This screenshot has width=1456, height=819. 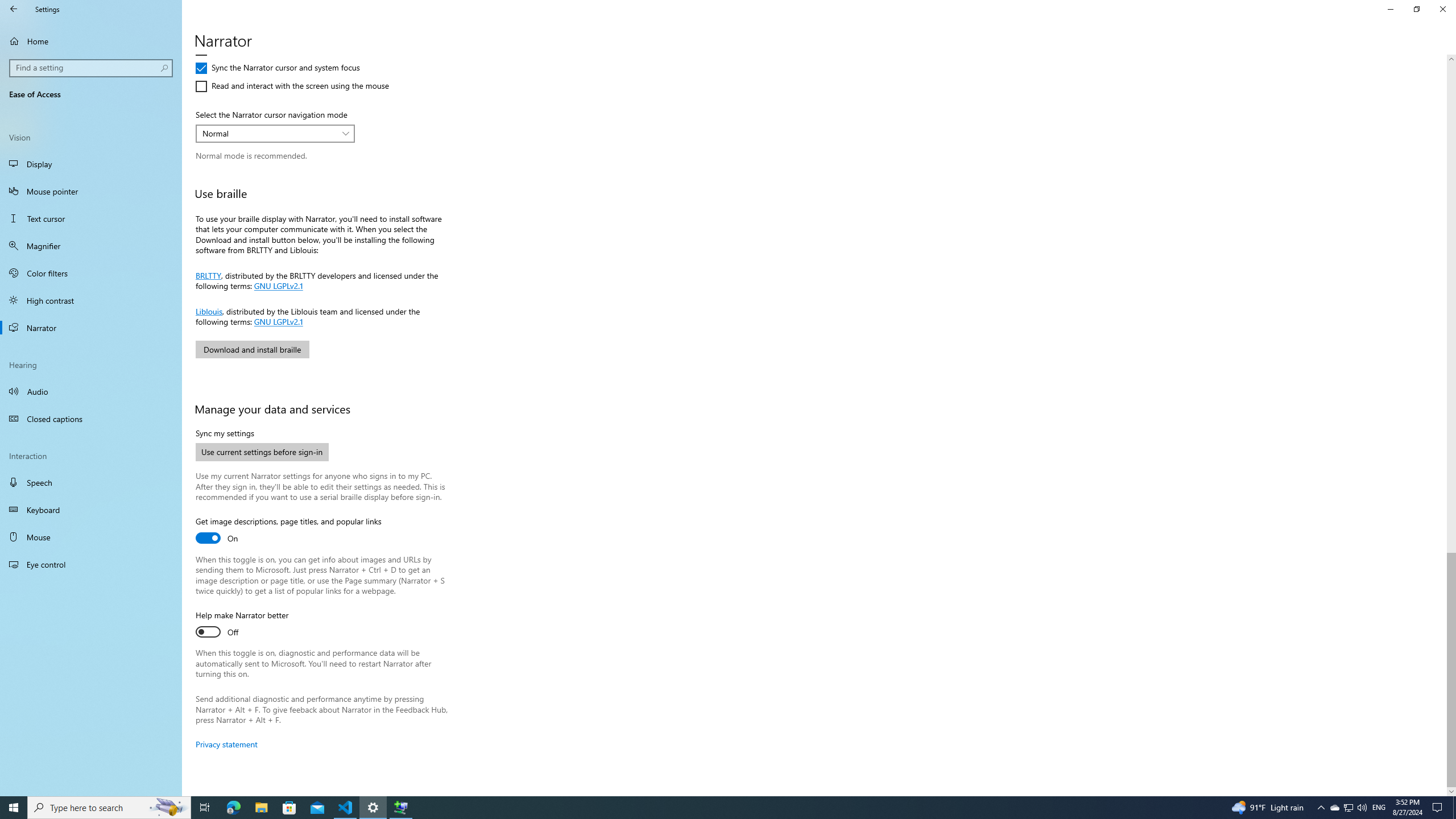 What do you see at coordinates (208, 274) in the screenshot?
I see `'BRLTTY'` at bounding box center [208, 274].